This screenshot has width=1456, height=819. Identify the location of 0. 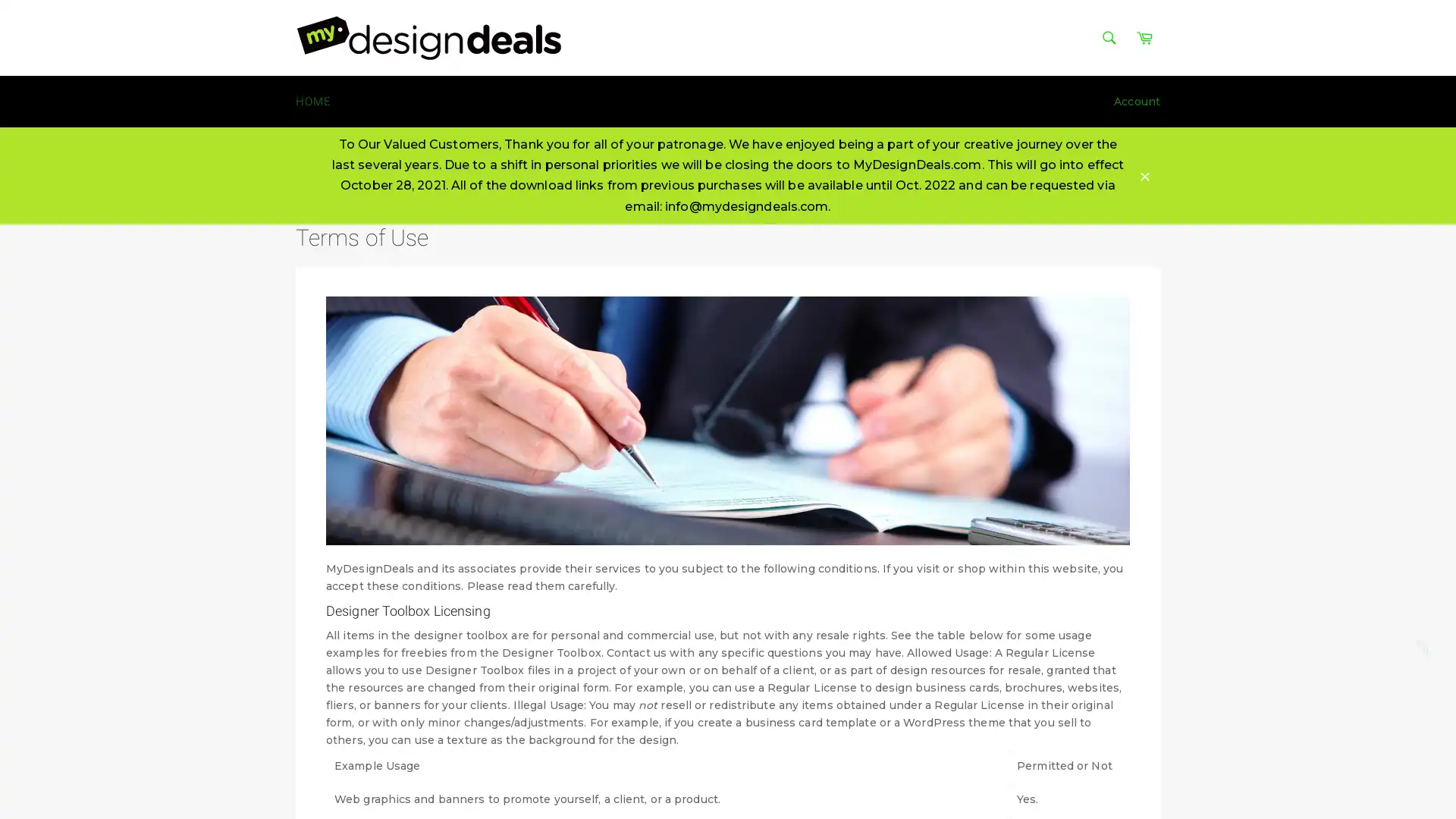
(1425, 648).